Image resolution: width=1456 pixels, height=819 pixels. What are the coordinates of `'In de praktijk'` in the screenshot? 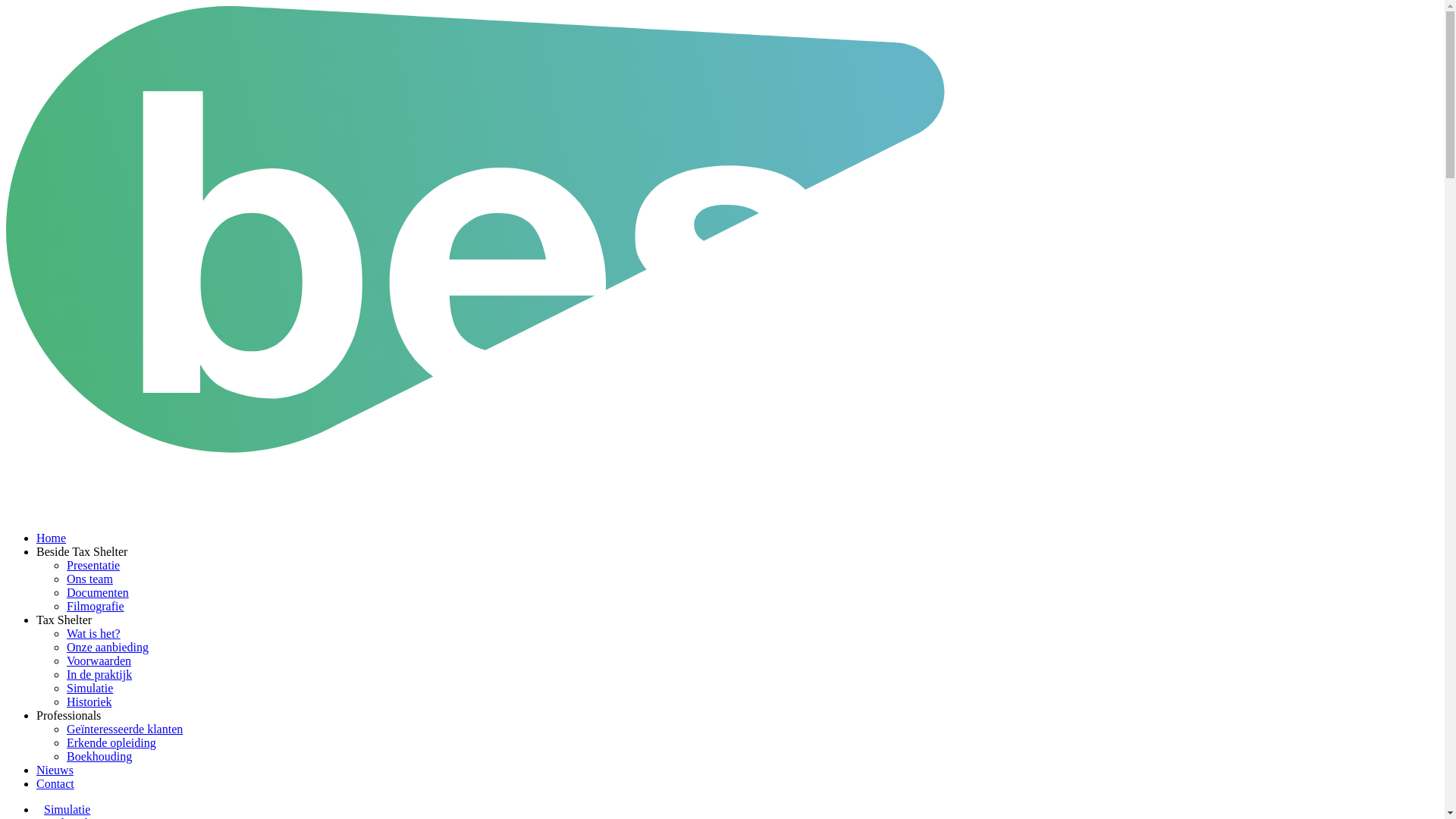 It's located at (98, 673).